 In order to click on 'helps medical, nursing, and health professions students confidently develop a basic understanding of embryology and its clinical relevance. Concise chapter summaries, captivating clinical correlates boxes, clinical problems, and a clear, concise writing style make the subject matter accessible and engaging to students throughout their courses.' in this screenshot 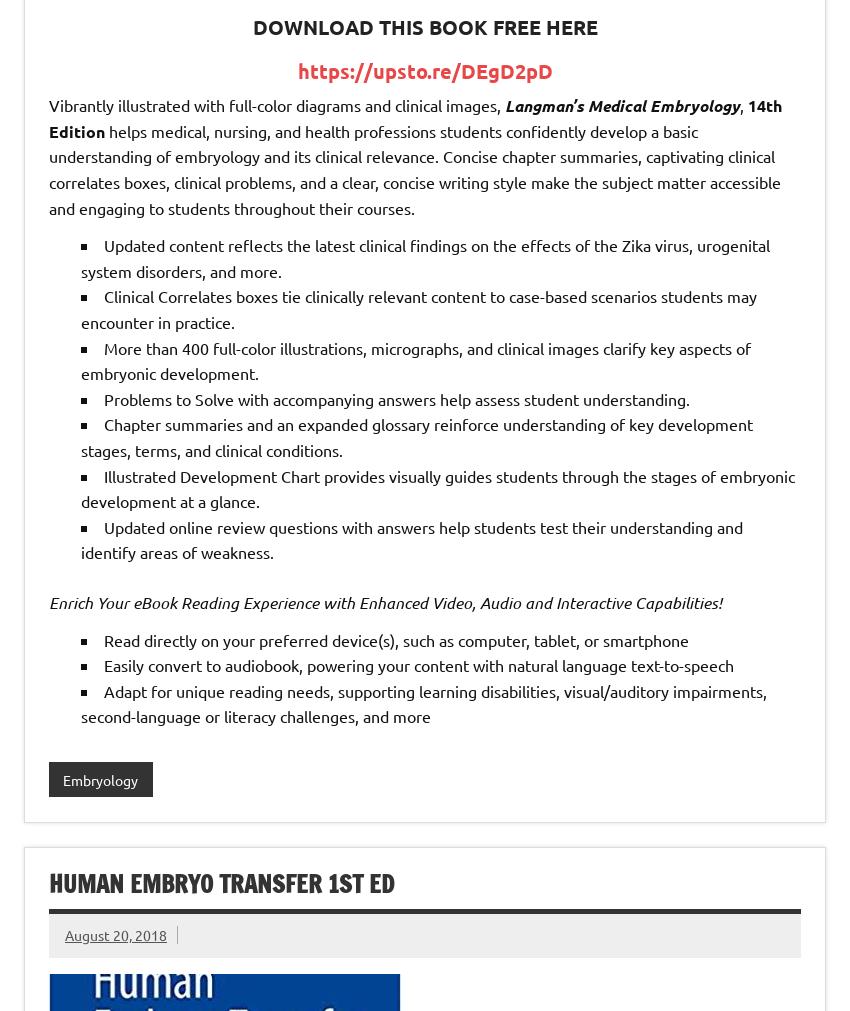, I will do `click(414, 167)`.